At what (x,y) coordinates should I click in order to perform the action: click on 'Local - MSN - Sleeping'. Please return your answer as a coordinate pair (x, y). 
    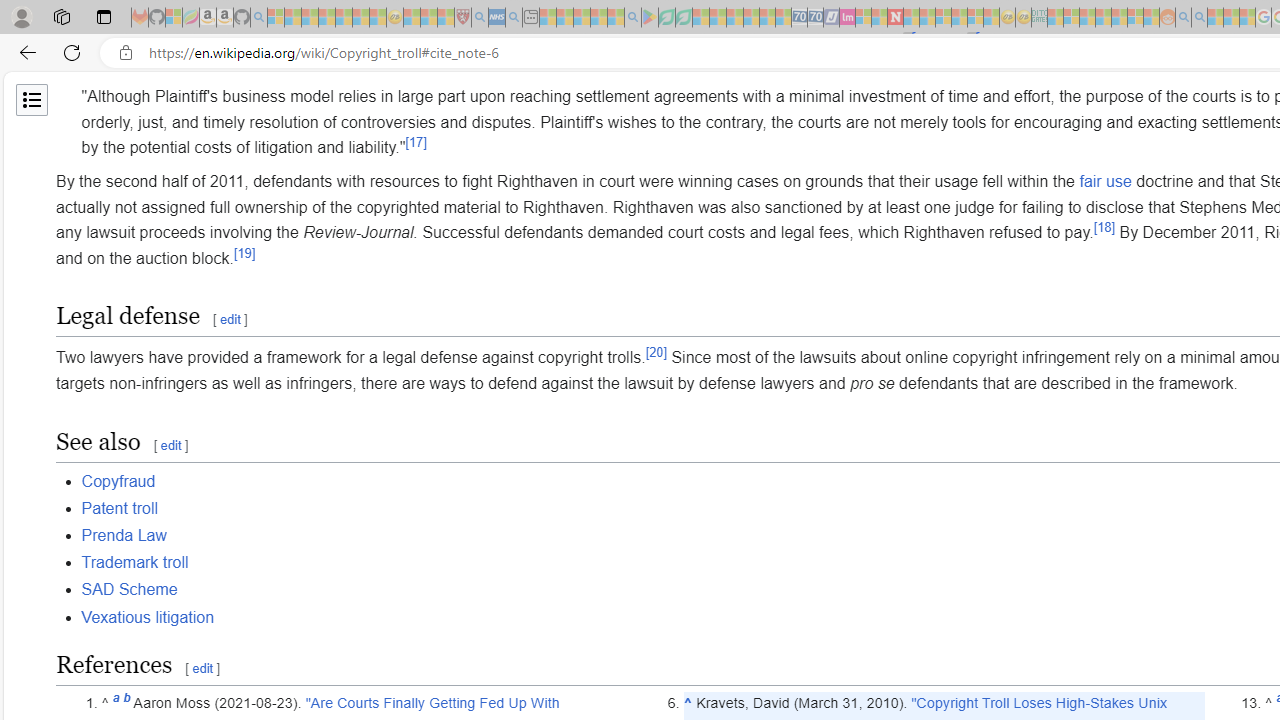
    Looking at the image, I should click on (445, 17).